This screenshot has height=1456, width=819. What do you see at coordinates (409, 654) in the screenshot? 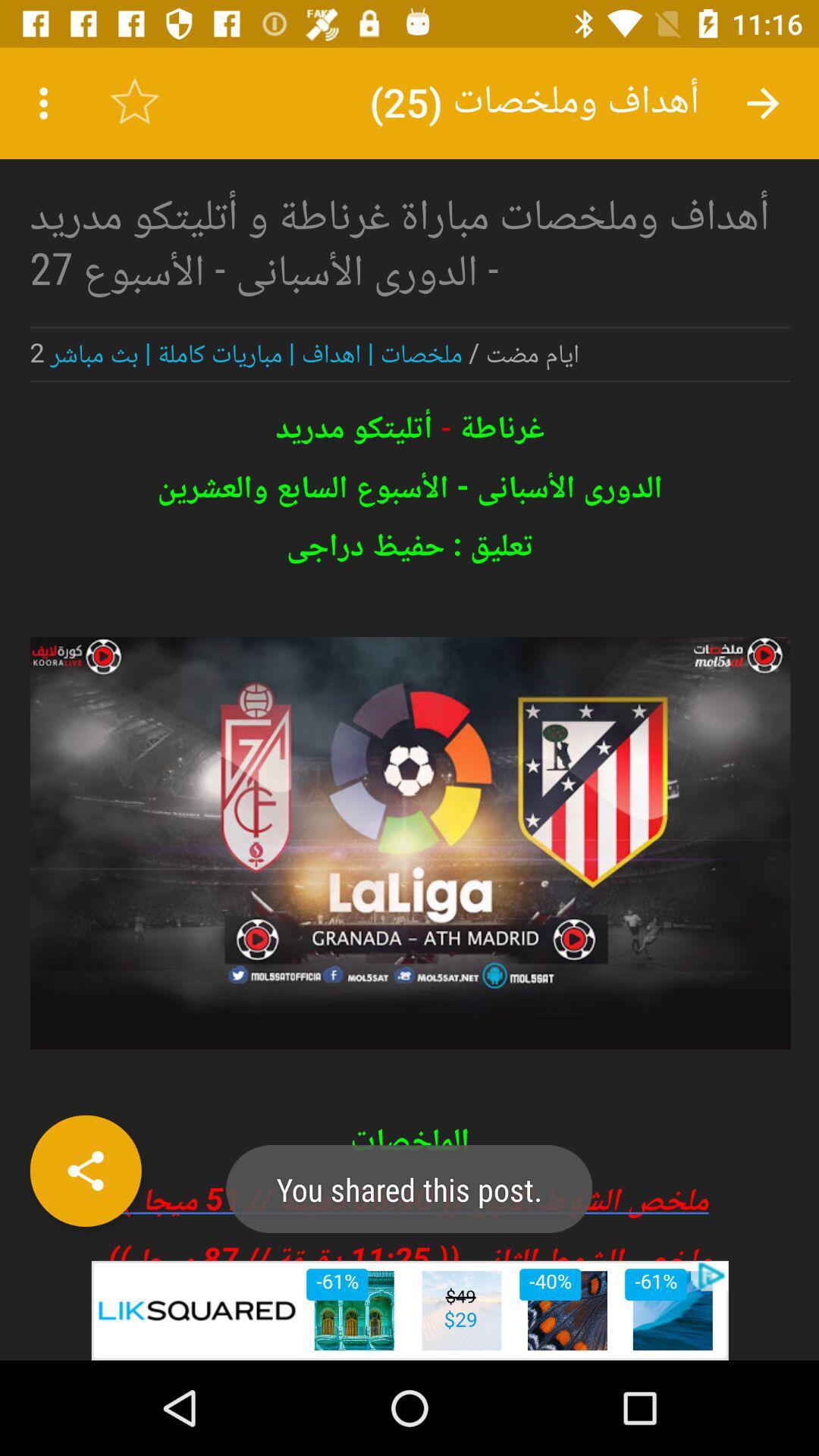
I see `for advertisement` at bounding box center [409, 654].